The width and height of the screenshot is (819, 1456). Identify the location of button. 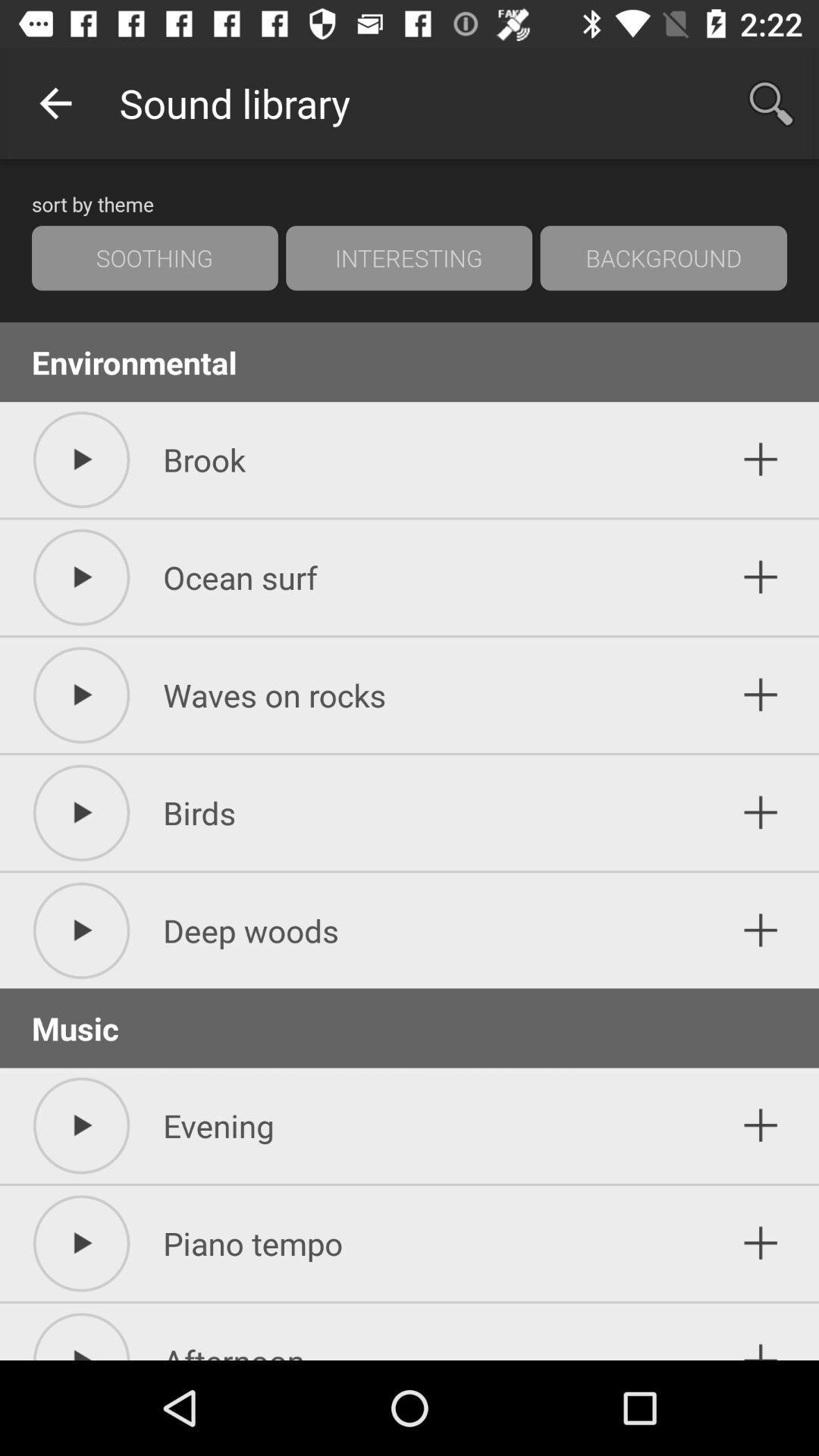
(761, 459).